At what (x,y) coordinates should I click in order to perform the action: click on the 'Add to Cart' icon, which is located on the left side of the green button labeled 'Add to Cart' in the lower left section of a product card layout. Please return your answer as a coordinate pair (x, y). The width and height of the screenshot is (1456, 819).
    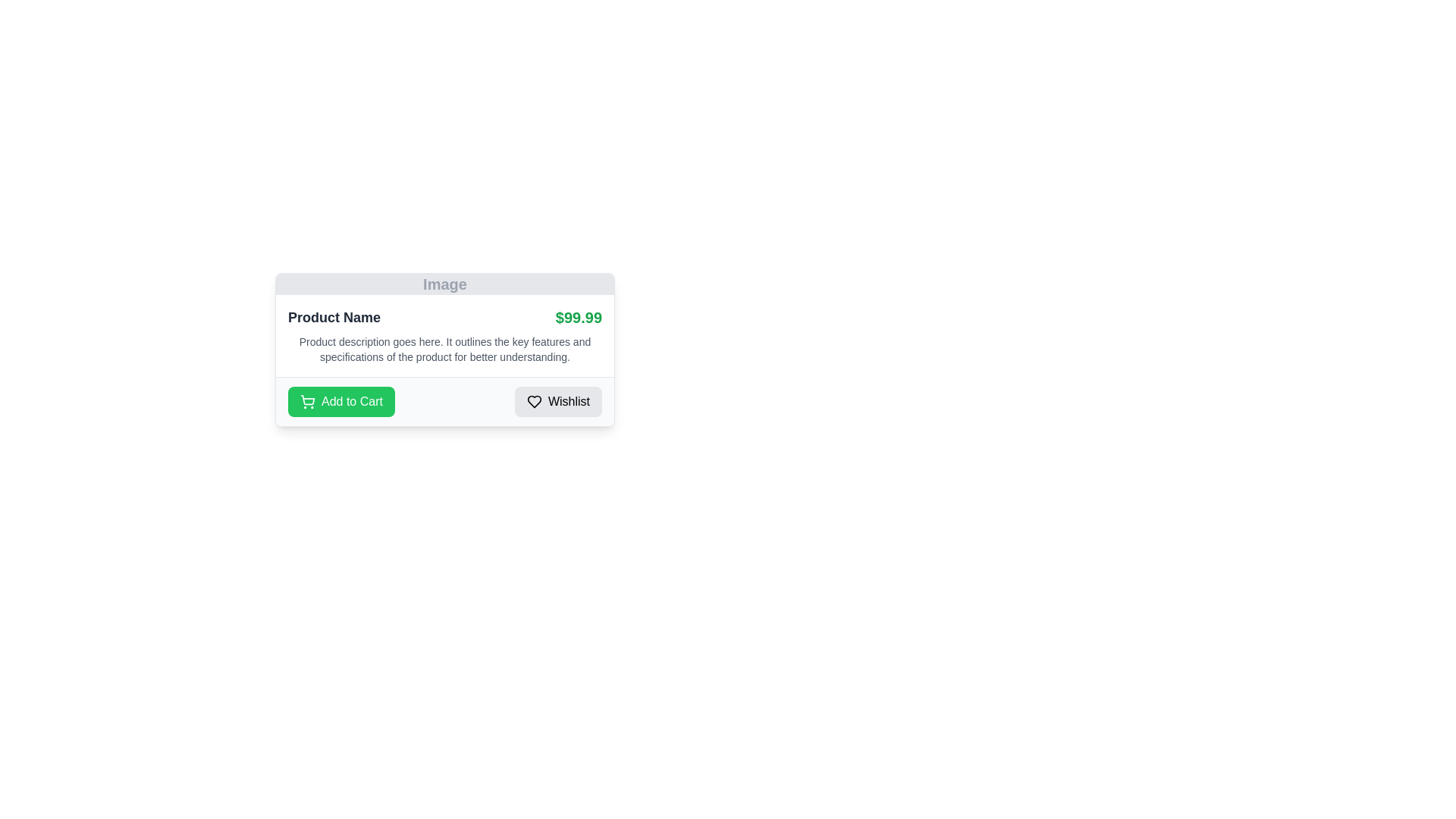
    Looking at the image, I should click on (307, 400).